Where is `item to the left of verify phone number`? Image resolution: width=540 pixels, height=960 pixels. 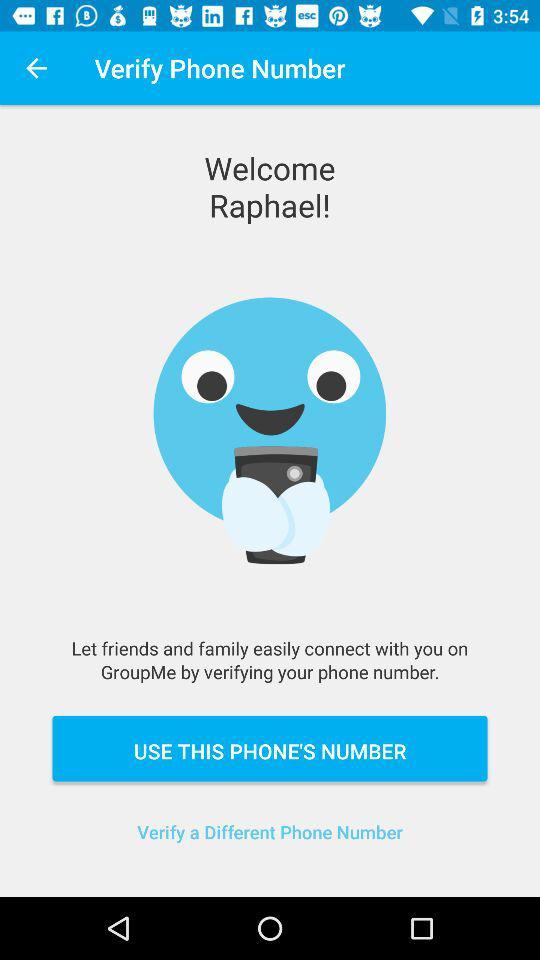 item to the left of verify phone number is located at coordinates (36, 68).